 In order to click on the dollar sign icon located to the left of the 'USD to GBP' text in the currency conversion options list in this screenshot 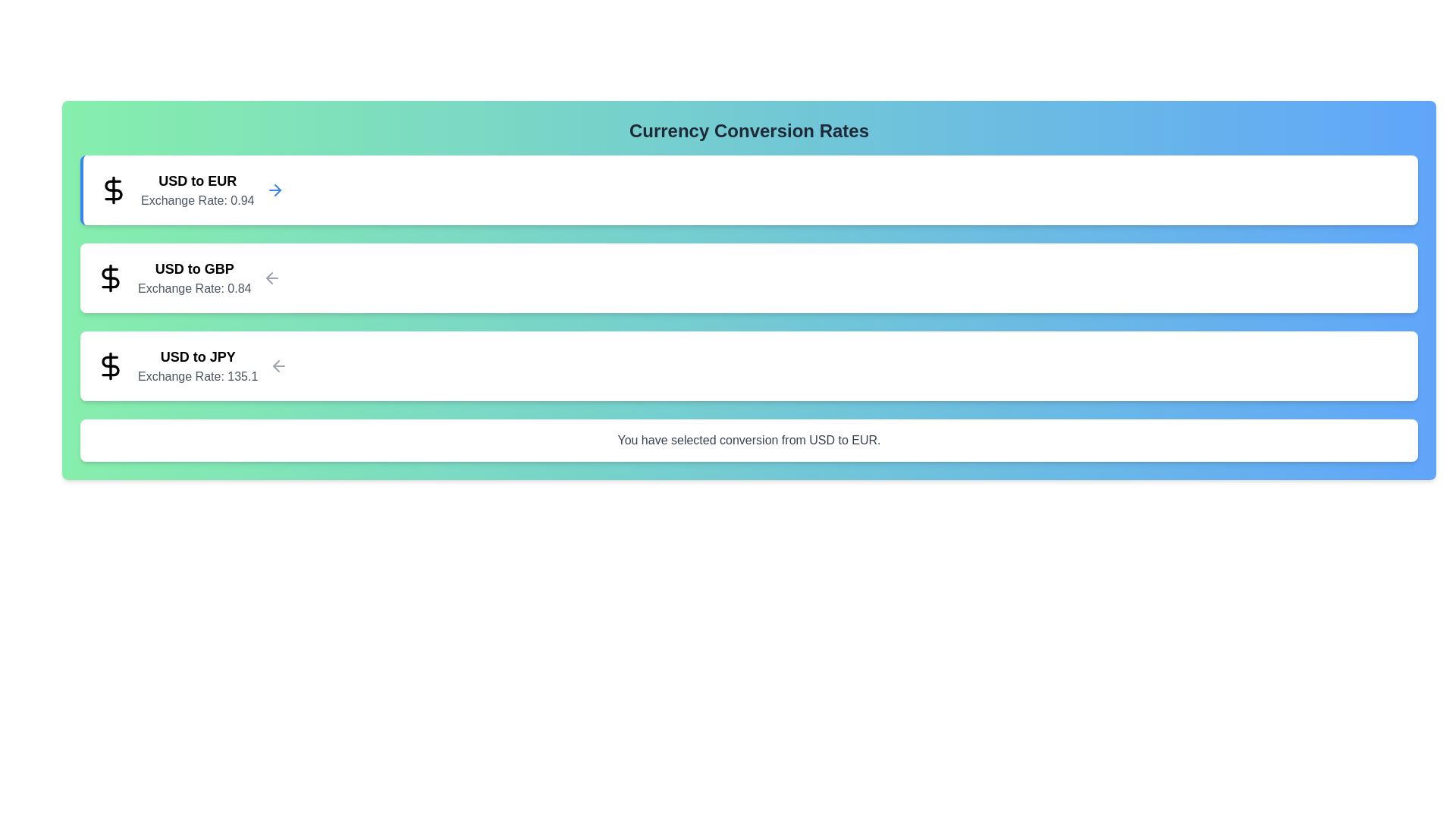, I will do `click(109, 278)`.